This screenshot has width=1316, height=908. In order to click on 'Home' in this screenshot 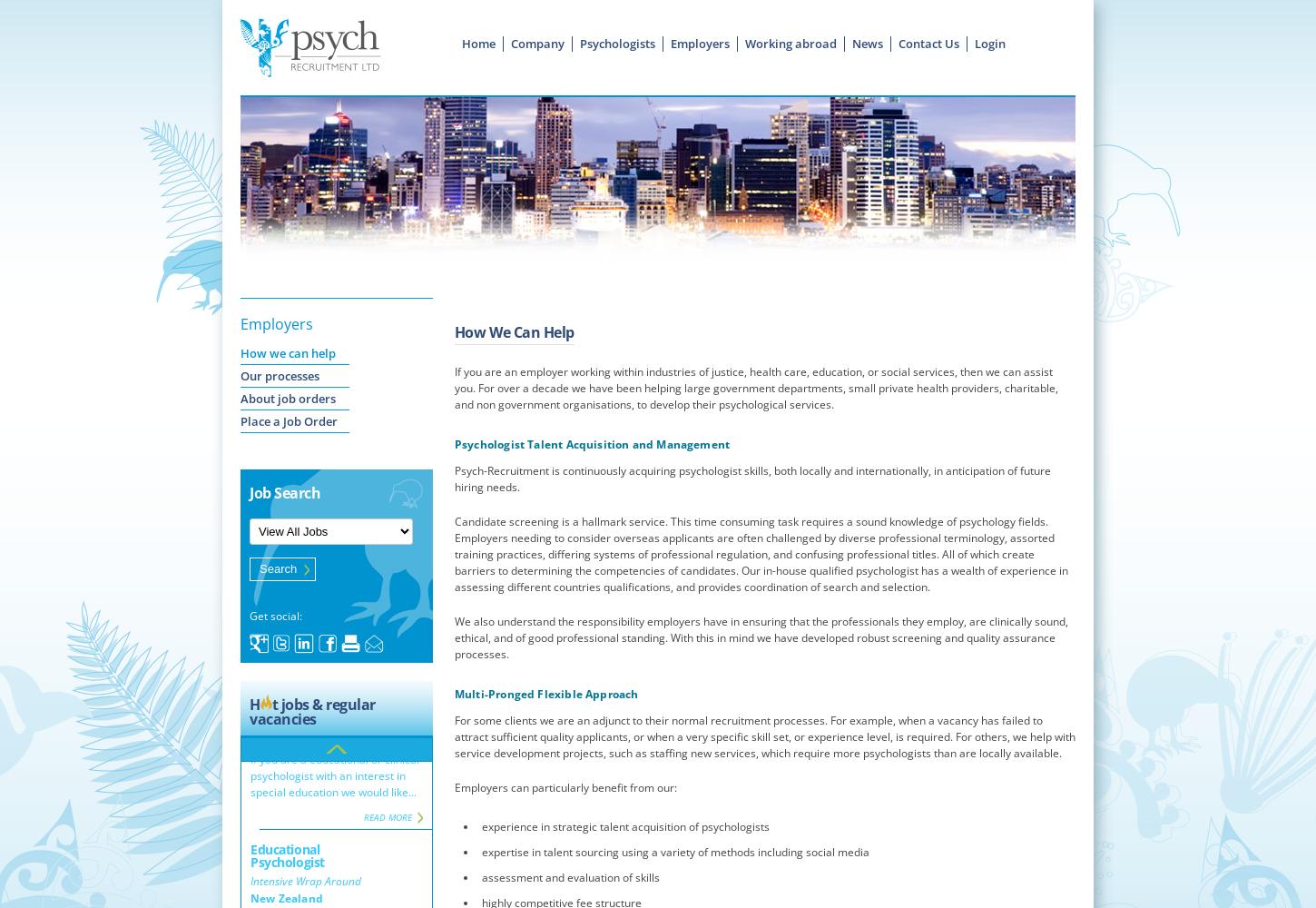, I will do `click(477, 44)`.